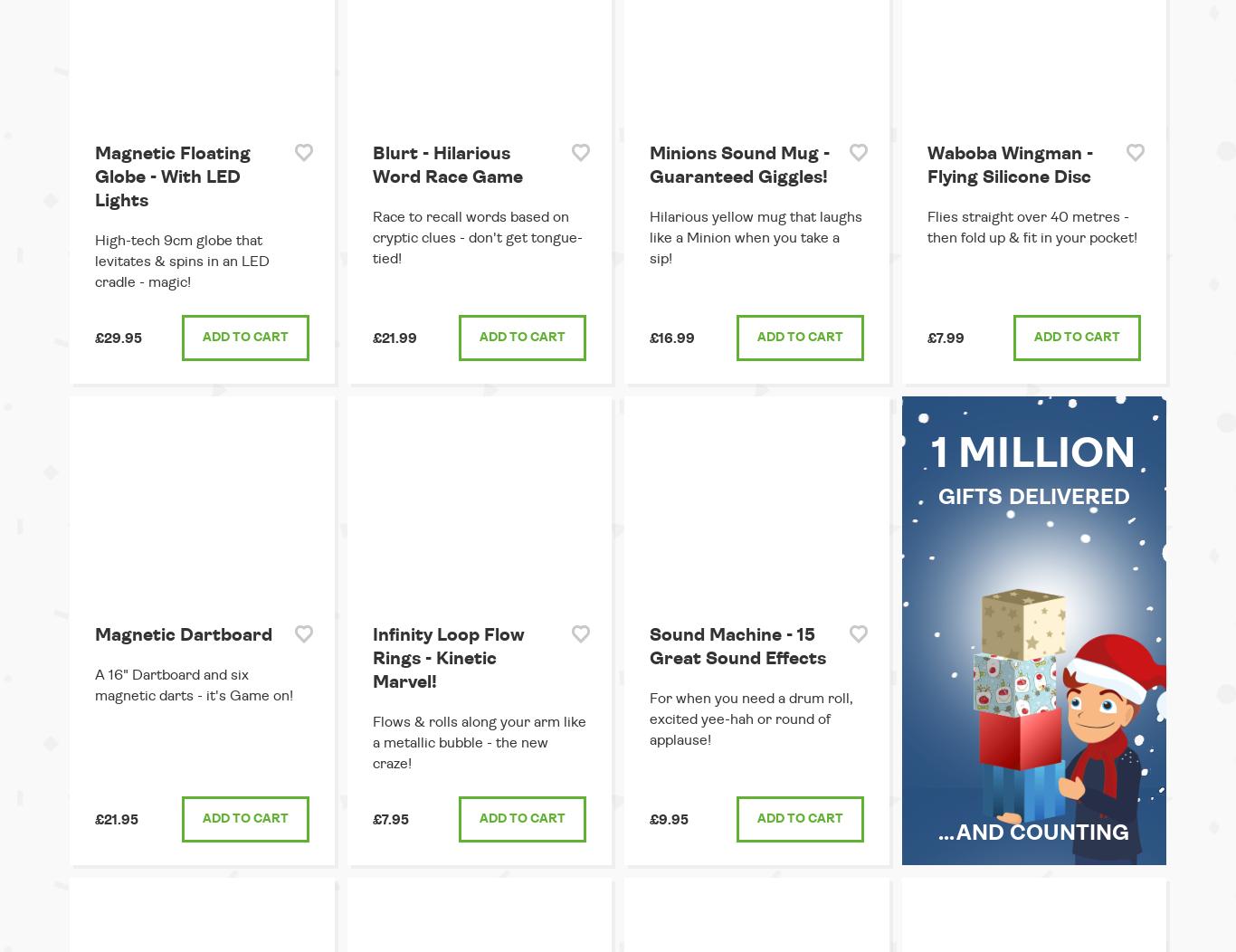 This screenshot has width=1236, height=952. I want to click on '£7.99', so click(944, 338).